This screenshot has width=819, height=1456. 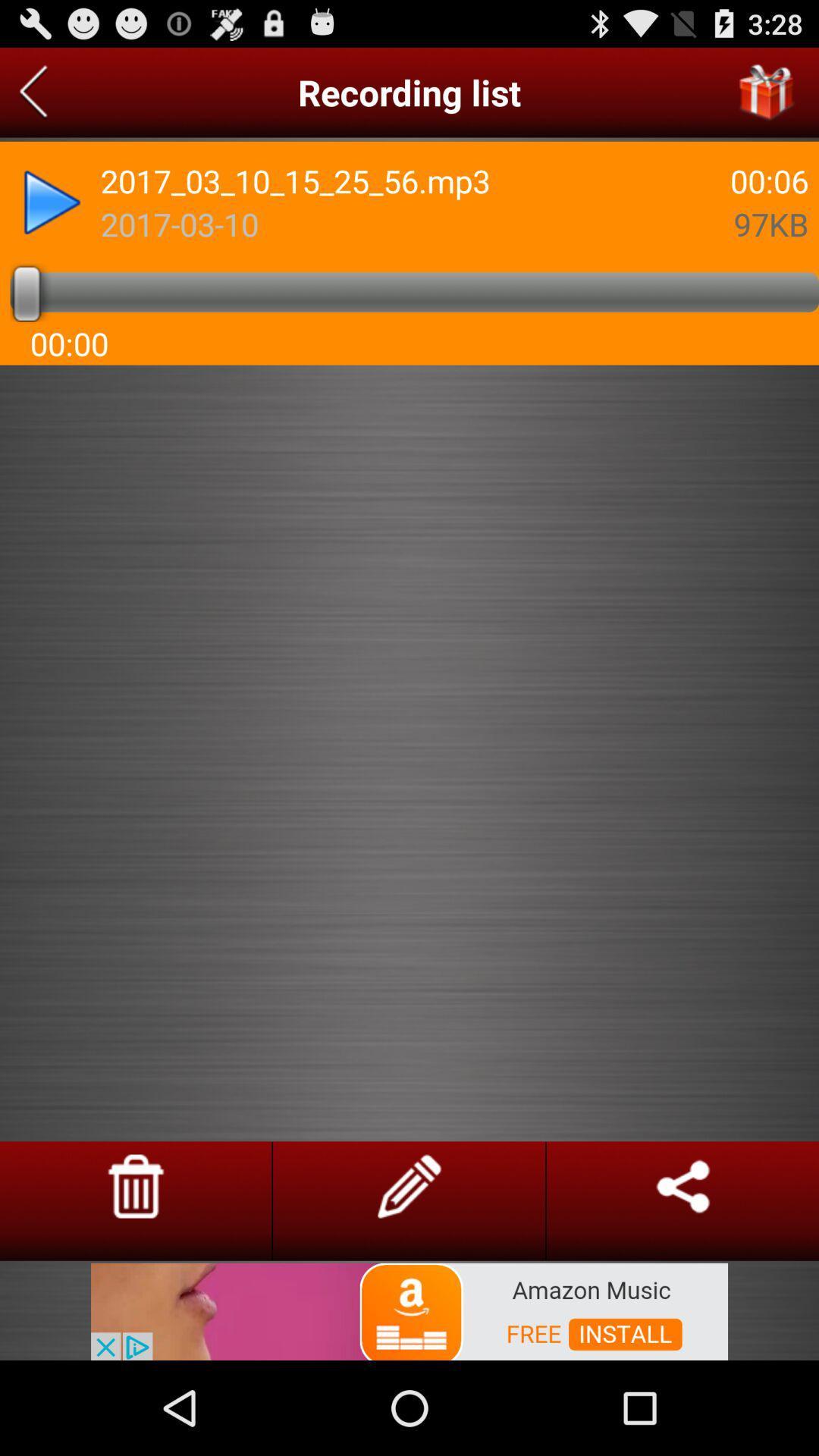 What do you see at coordinates (33, 98) in the screenshot?
I see `the arrow_backward icon` at bounding box center [33, 98].